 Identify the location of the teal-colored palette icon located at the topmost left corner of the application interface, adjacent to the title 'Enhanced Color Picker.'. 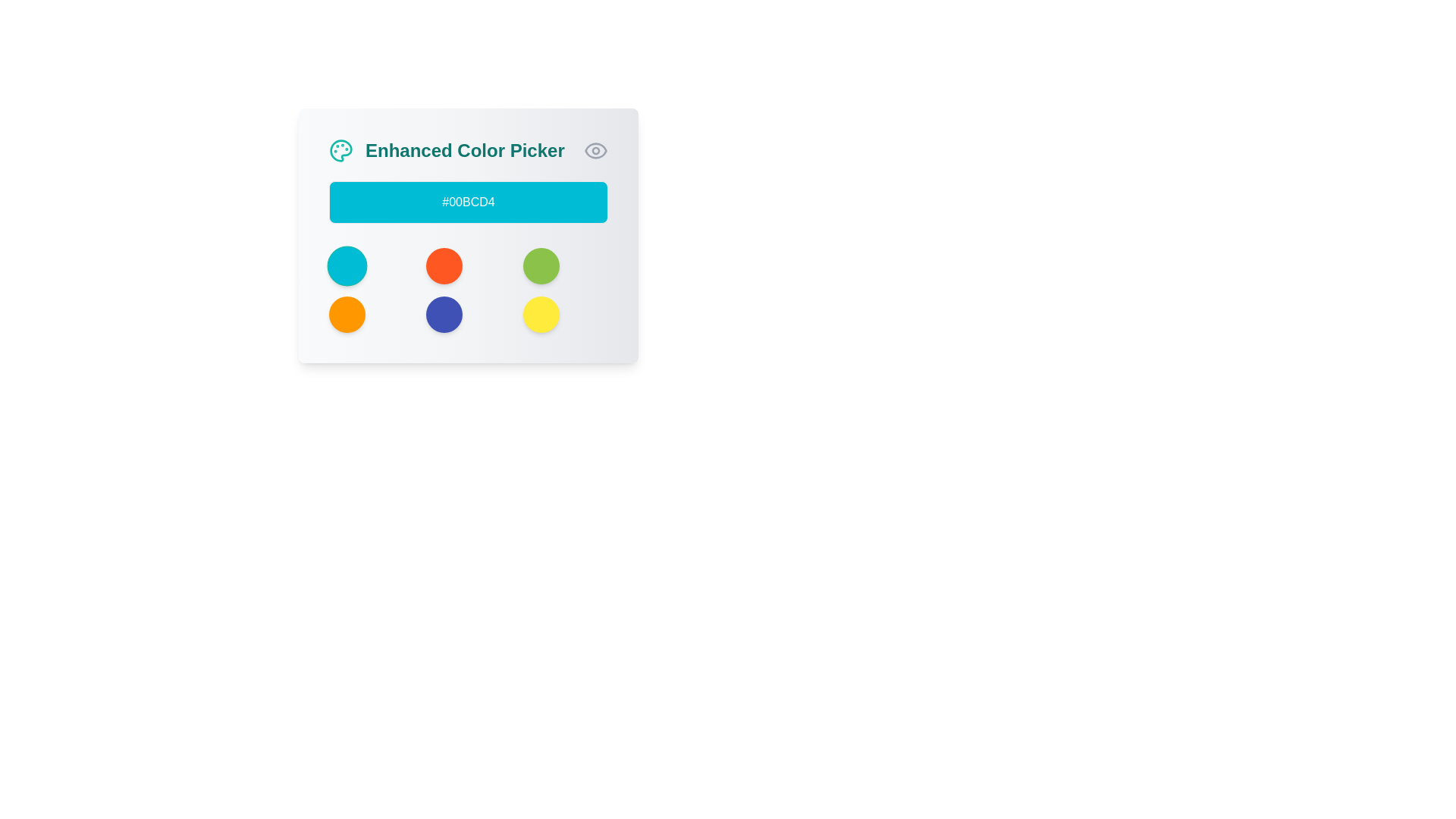
(340, 151).